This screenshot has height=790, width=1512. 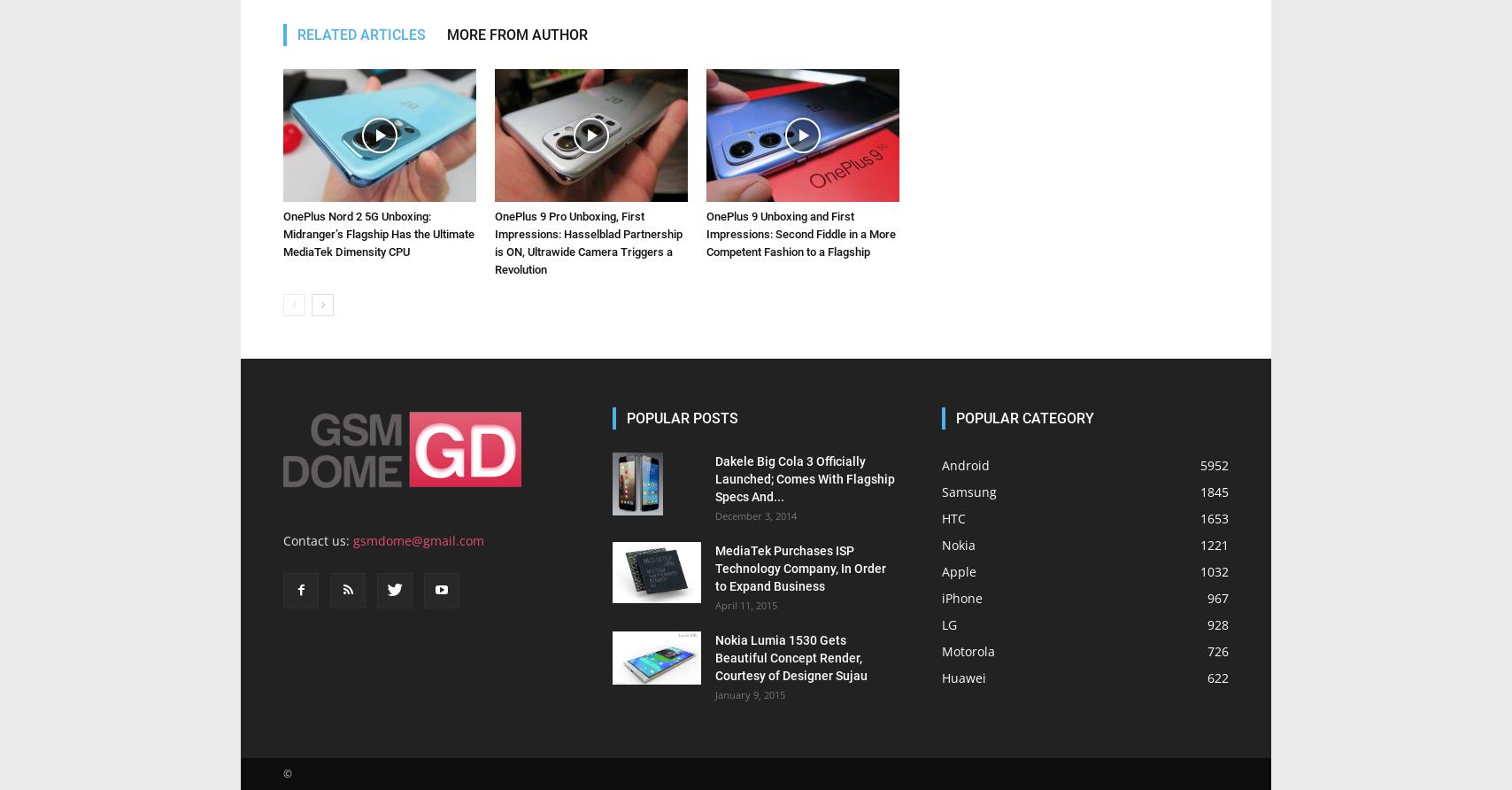 What do you see at coordinates (417, 539) in the screenshot?
I see `'gsmdome@gmail.com'` at bounding box center [417, 539].